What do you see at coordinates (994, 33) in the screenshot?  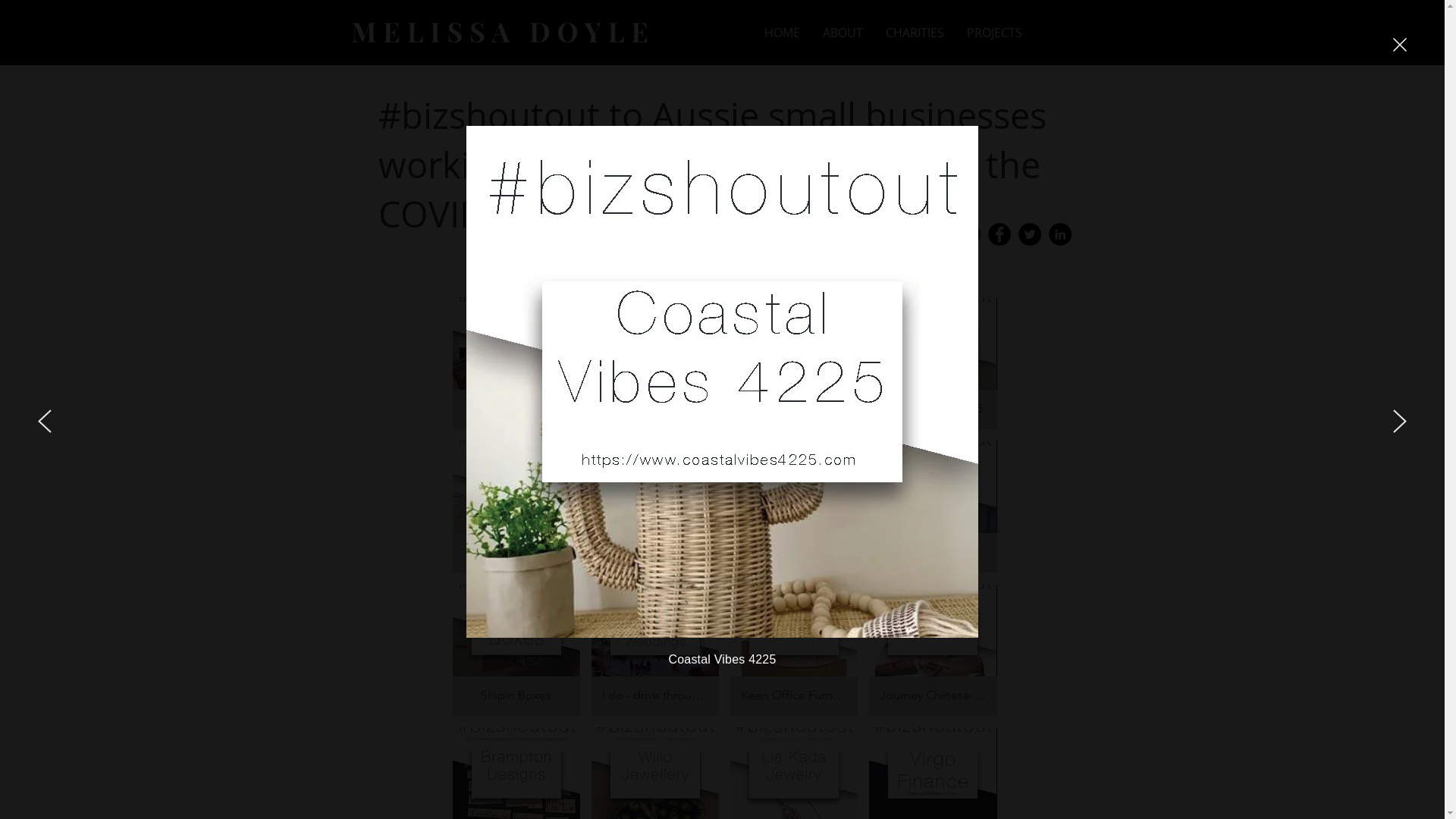 I see `'PROJECTS'` at bounding box center [994, 33].